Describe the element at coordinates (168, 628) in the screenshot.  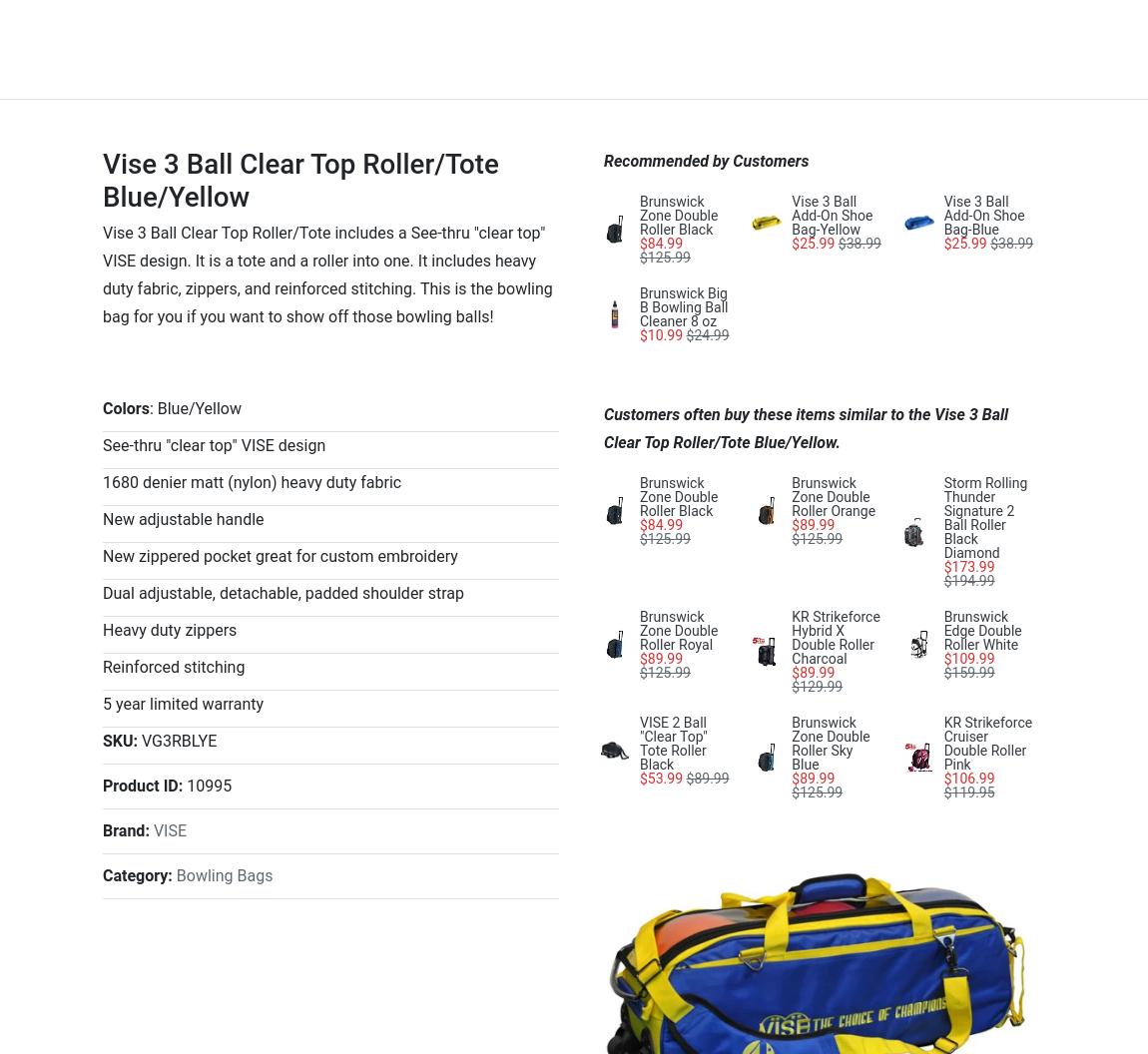
I see `'Heavy duty zippers'` at that location.